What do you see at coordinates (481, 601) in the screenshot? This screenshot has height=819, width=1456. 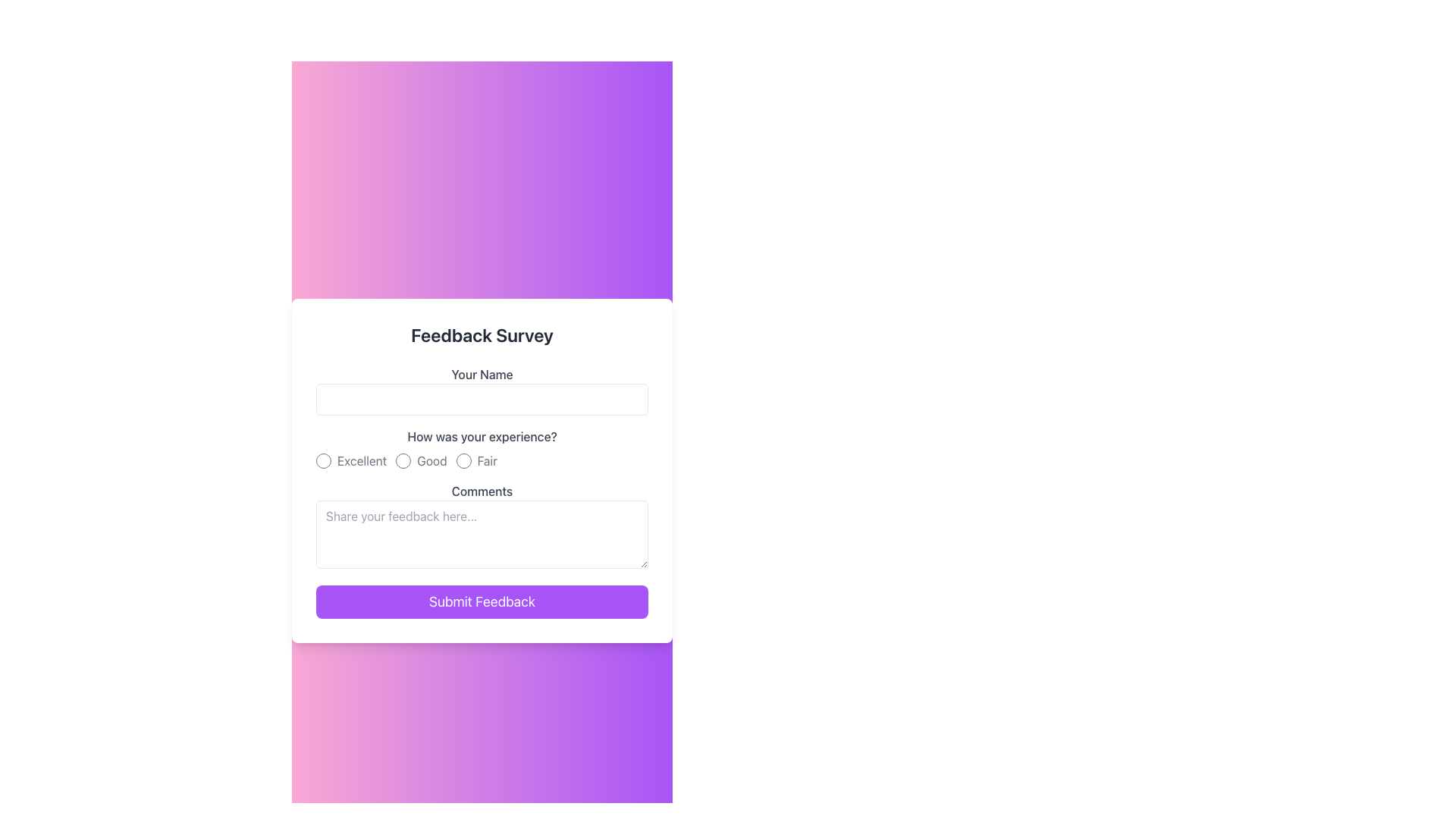 I see `the 'Submit Feedback' button, which is a rectangular button with rounded corners in vivid purple featuring white text` at bounding box center [481, 601].